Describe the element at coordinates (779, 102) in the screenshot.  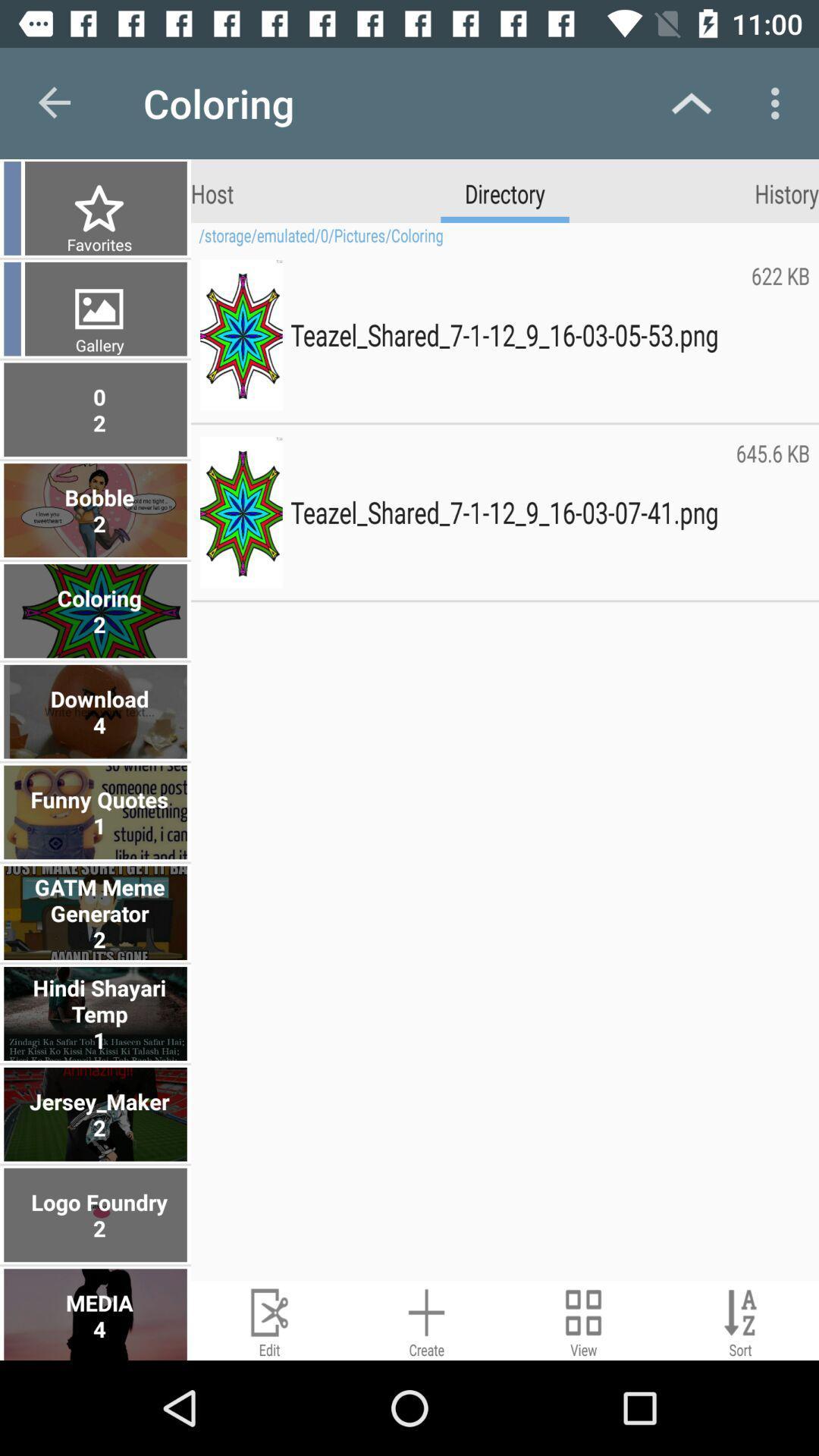
I see `the app above history item` at that location.